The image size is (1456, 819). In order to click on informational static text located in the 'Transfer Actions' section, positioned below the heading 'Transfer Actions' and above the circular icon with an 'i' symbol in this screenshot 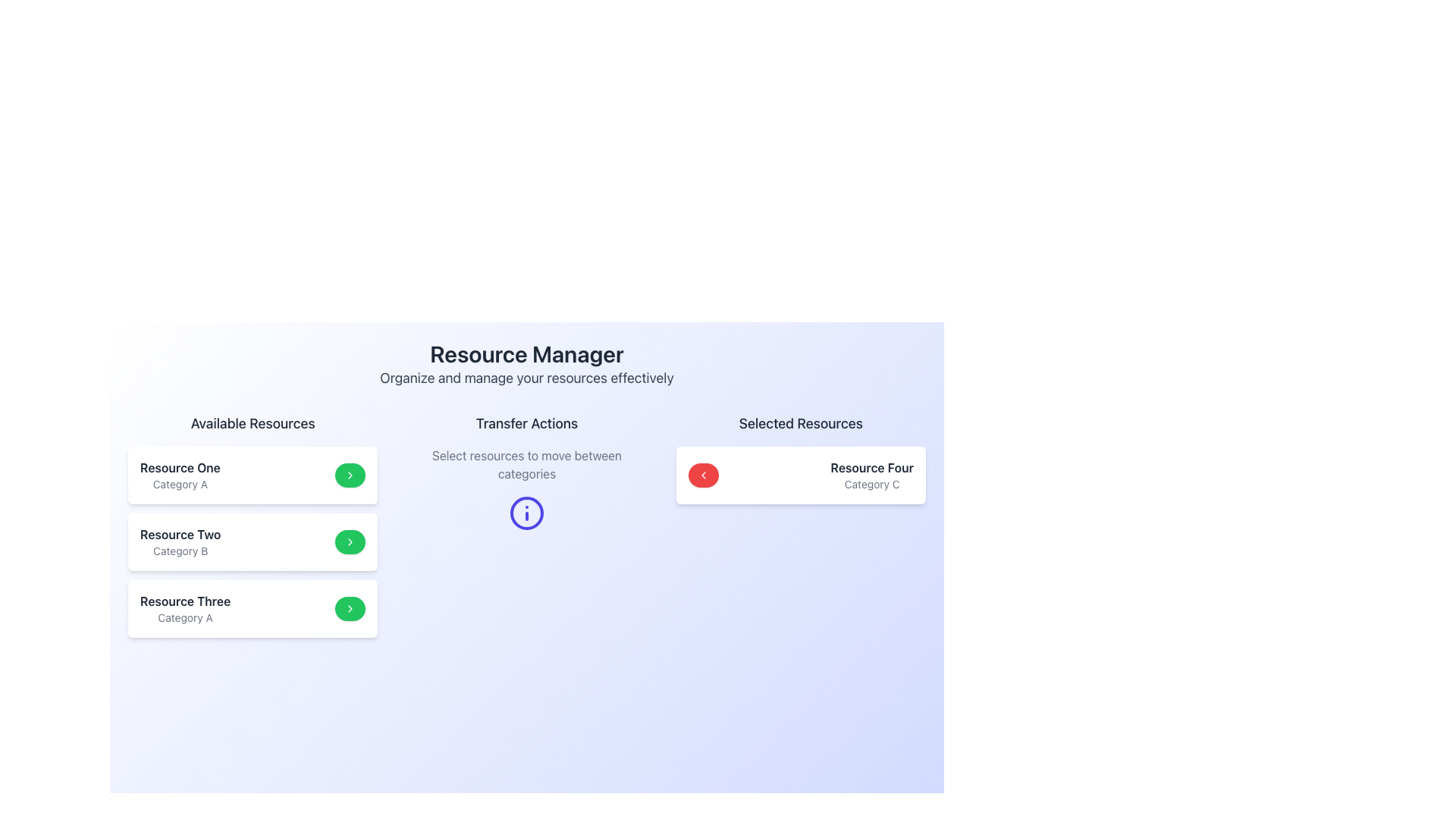, I will do `click(527, 464)`.